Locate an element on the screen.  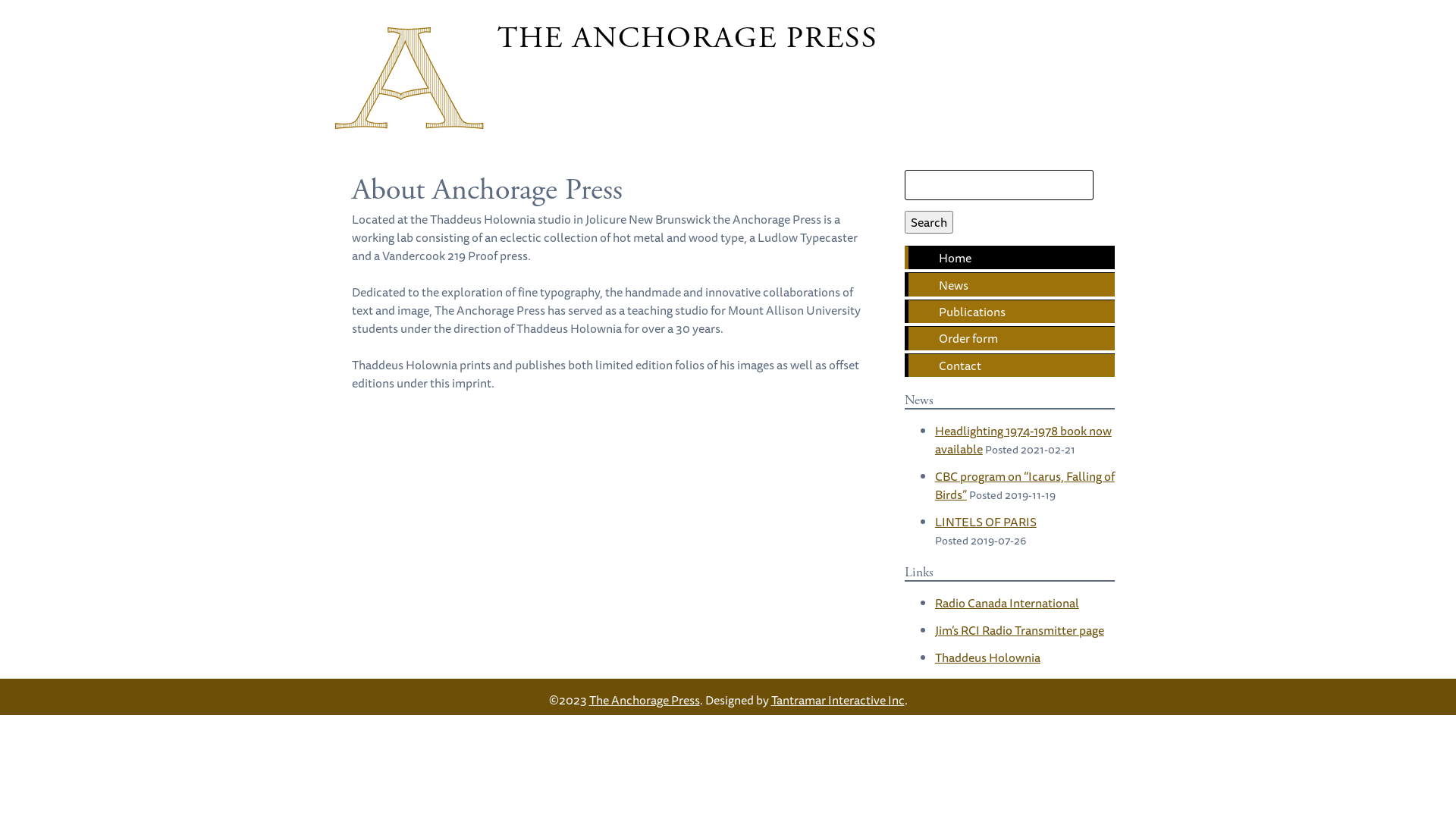
'Home' is located at coordinates (1009, 256).